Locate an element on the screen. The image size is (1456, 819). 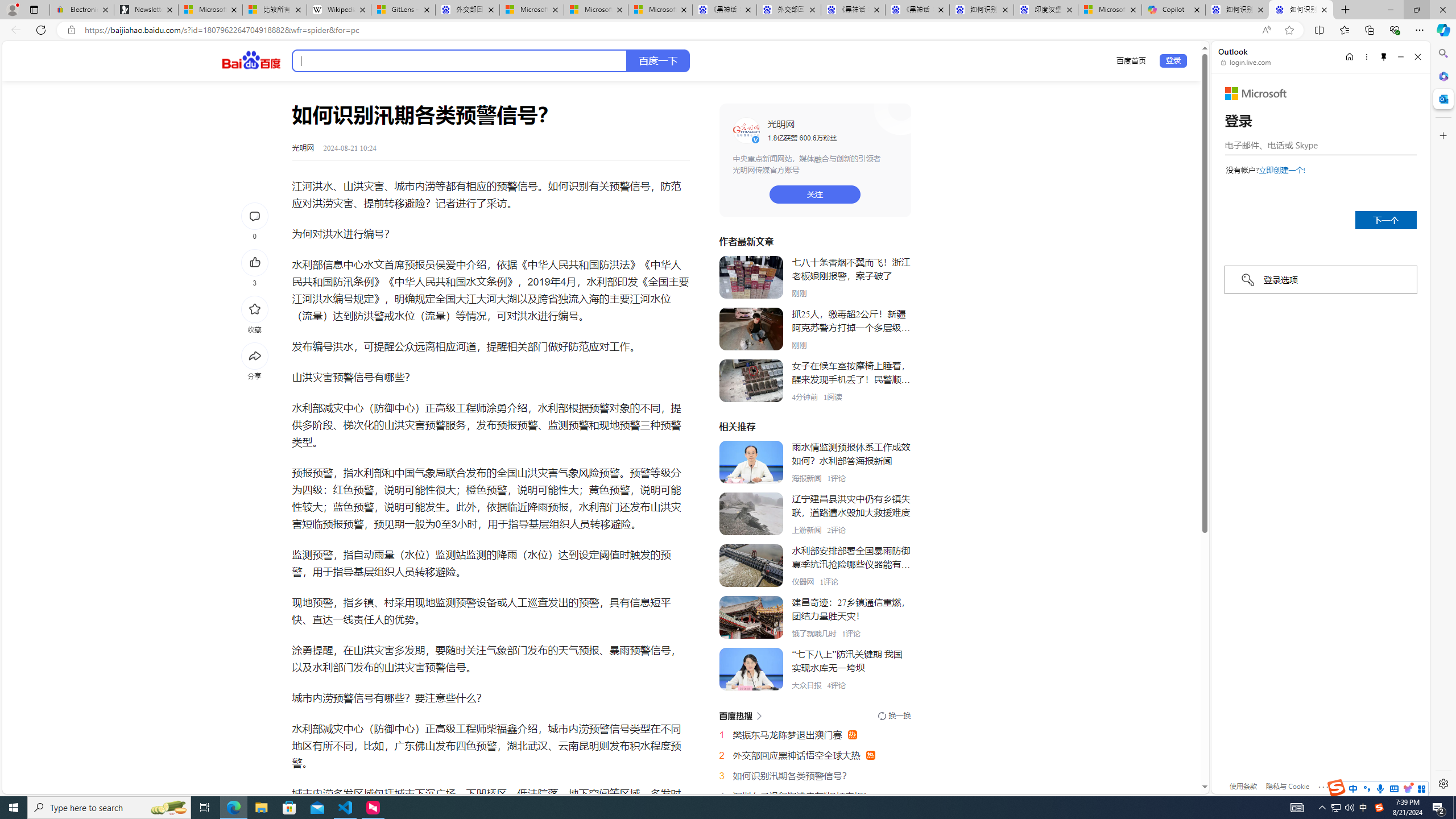
'Copilot' is located at coordinates (1173, 9).